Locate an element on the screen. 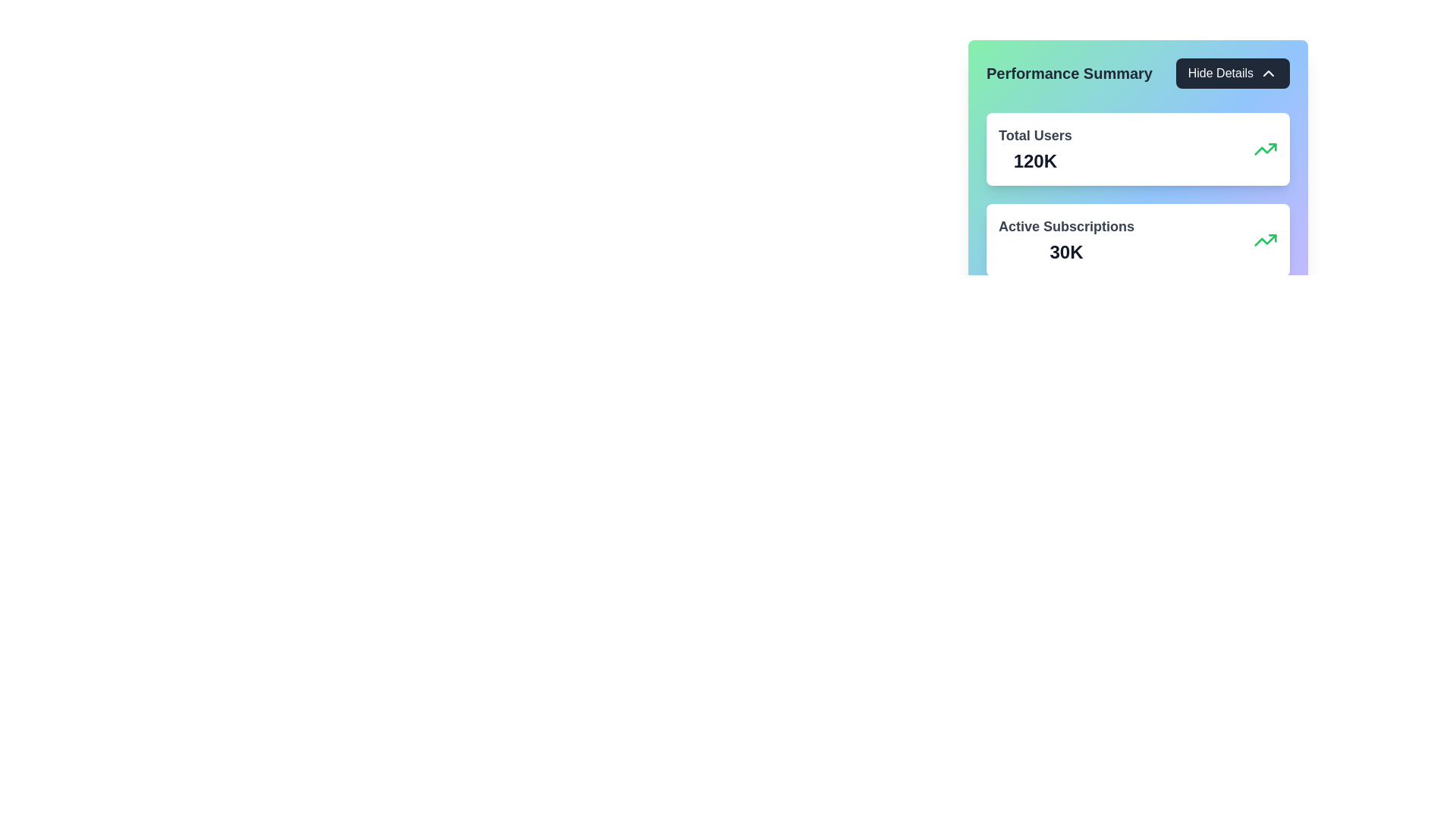 The height and width of the screenshot is (819, 1456). the 'Total Users' summary metric in the first Information Card located below the 'Performance Summary' title and above the 'Active Subscriptions' box is located at coordinates (1138, 149).